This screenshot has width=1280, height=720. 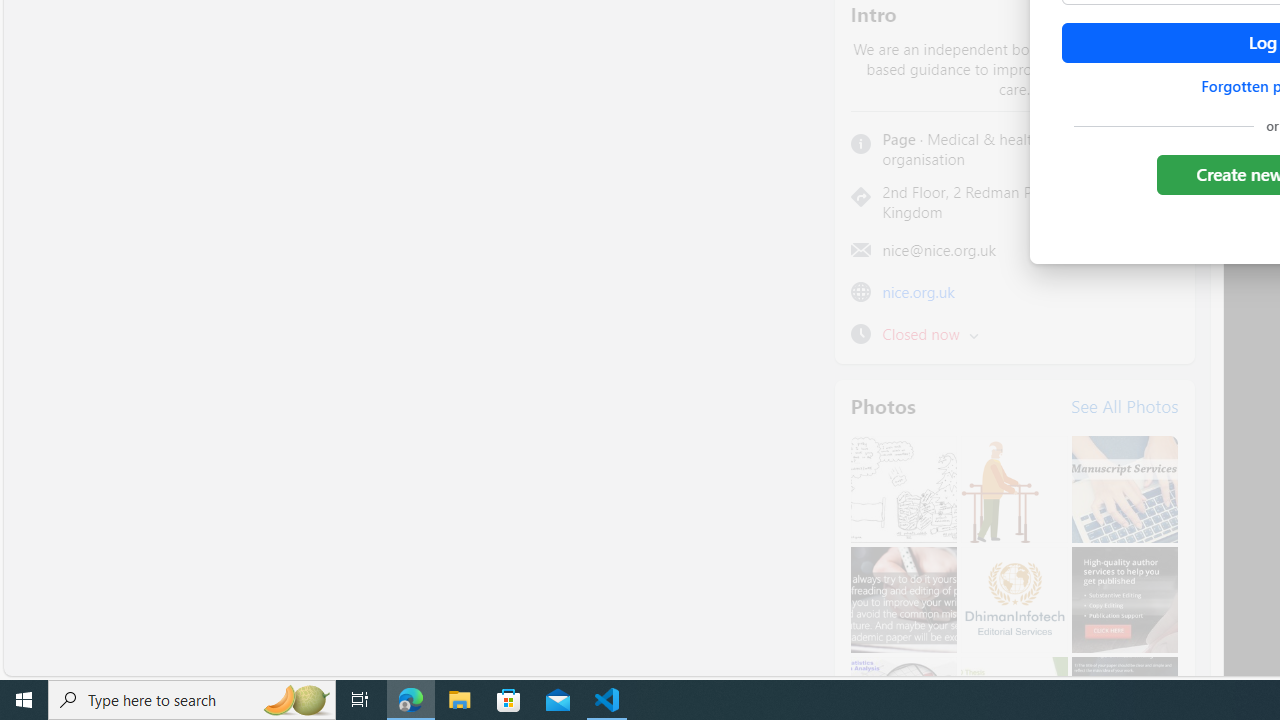 What do you see at coordinates (509, 698) in the screenshot?
I see `'Microsoft Store'` at bounding box center [509, 698].